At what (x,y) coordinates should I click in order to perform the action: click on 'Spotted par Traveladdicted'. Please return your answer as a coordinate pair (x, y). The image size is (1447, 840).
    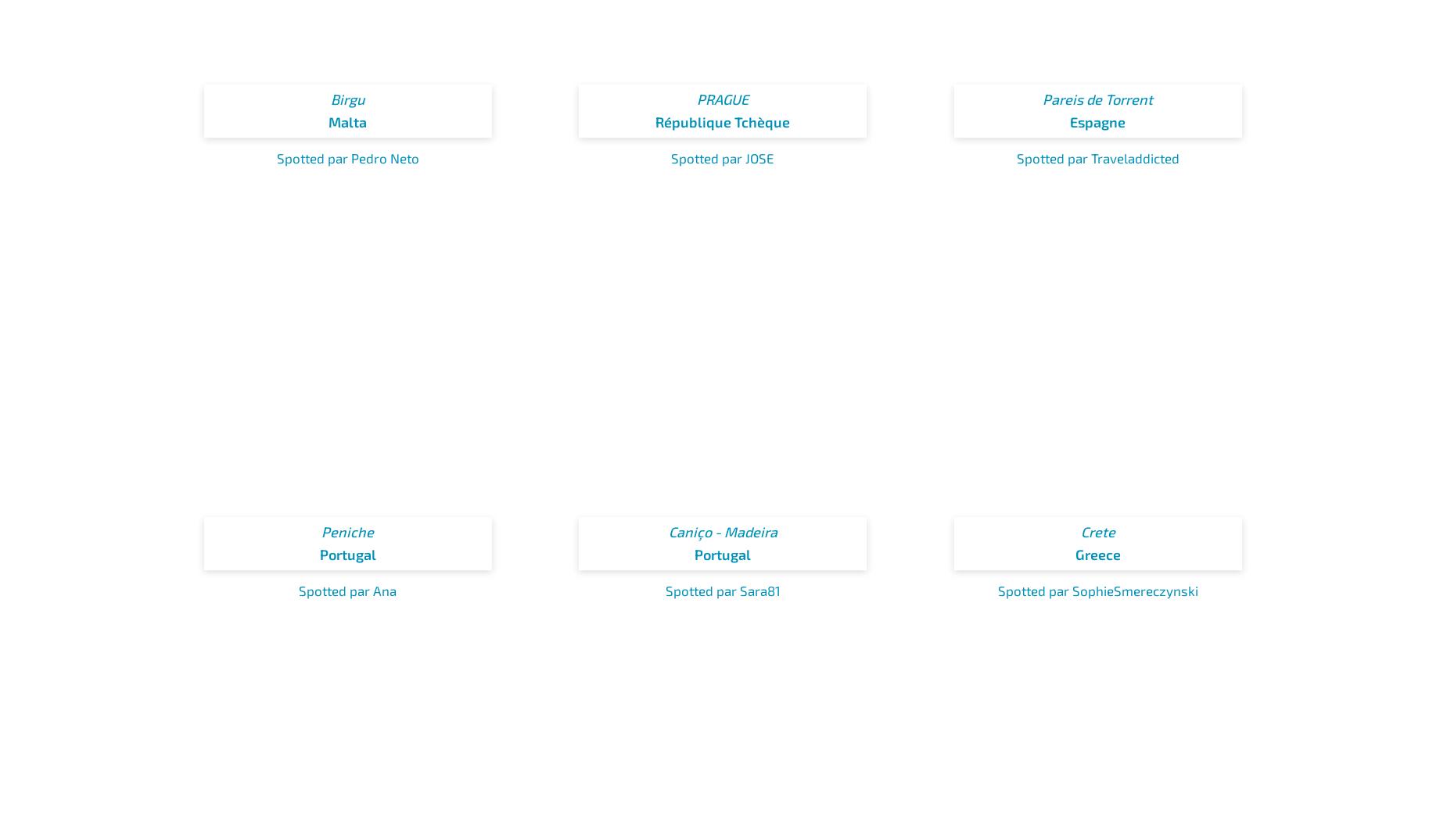
    Looking at the image, I should click on (1097, 157).